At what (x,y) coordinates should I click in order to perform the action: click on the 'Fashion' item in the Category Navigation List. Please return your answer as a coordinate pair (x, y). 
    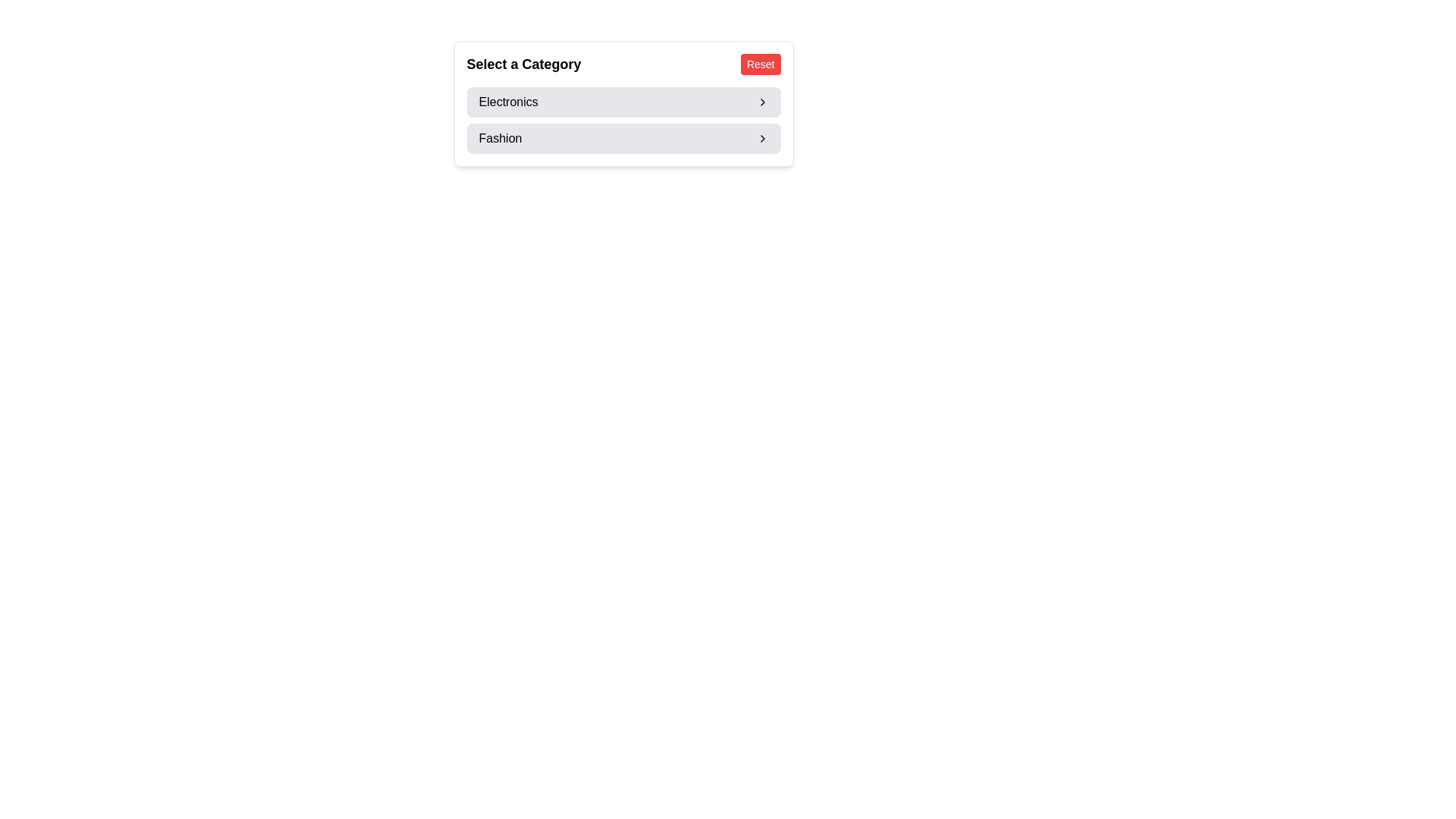
    Looking at the image, I should click on (623, 119).